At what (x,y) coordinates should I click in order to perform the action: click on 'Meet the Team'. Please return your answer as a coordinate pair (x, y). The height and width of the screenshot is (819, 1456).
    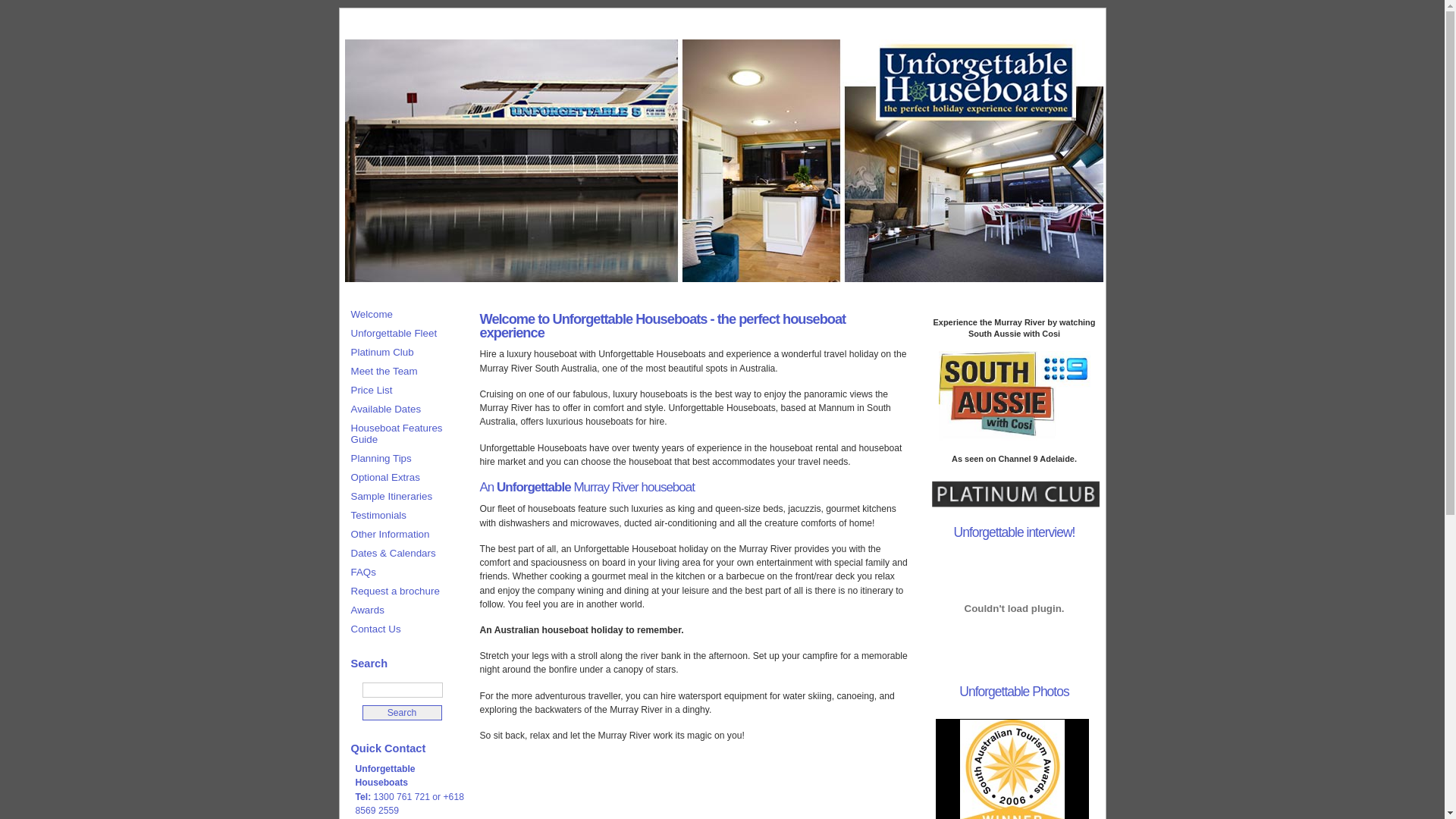
    Looking at the image, I should click on (405, 371).